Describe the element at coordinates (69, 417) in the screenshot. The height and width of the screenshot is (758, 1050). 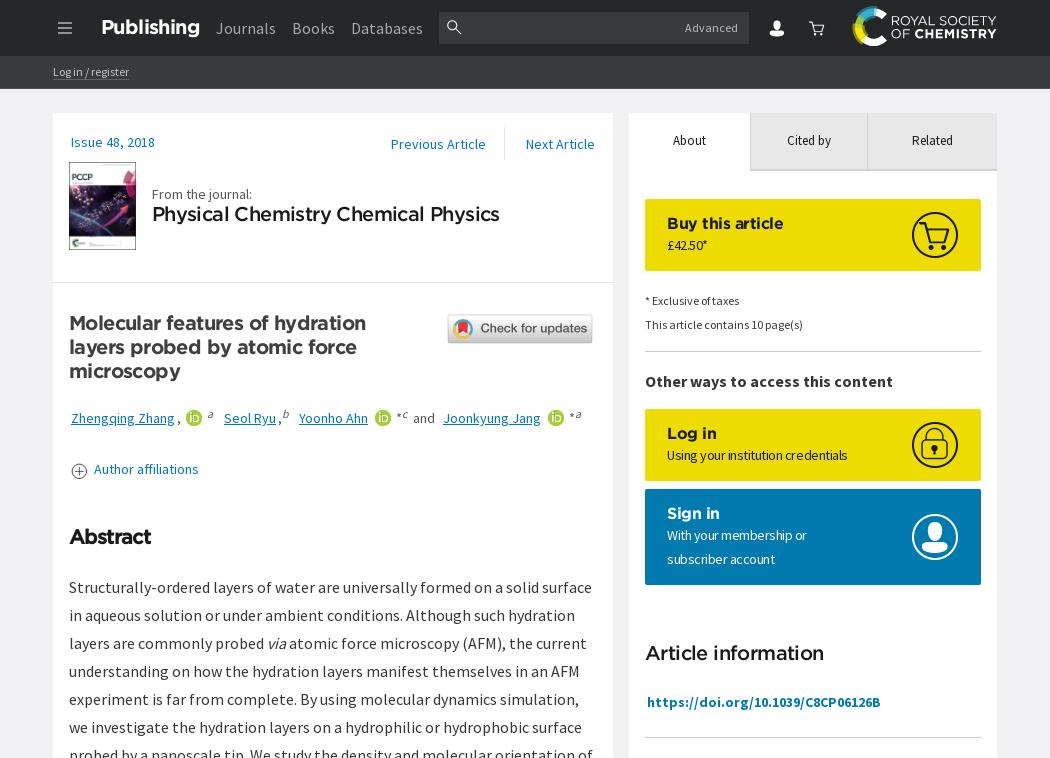
I see `'Zhengqing
Zhang'` at that location.